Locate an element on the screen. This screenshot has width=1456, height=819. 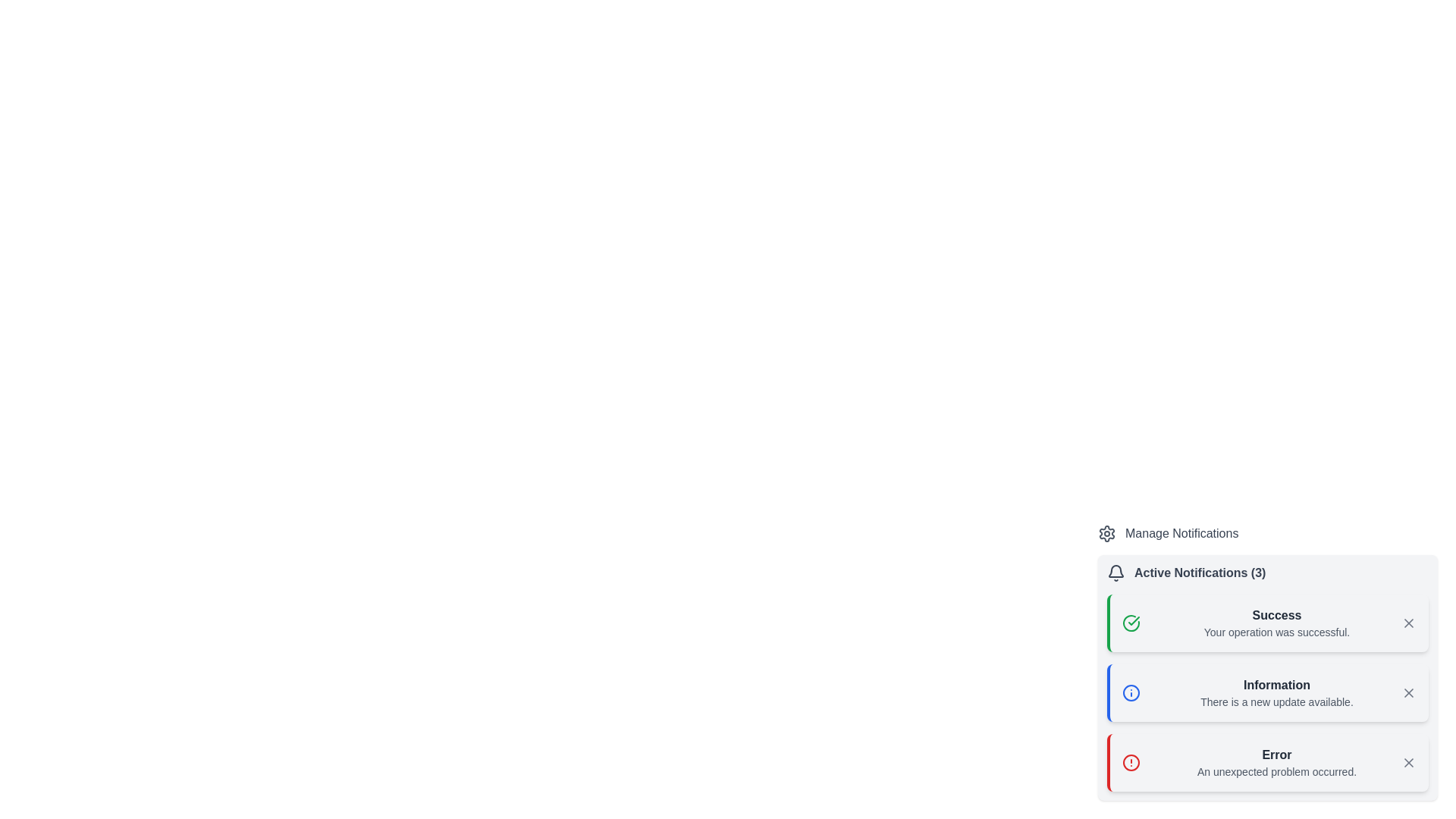
the Text block within the second notification card that contains the message 'Information' and 'There is a new update available.' is located at coordinates (1276, 693).